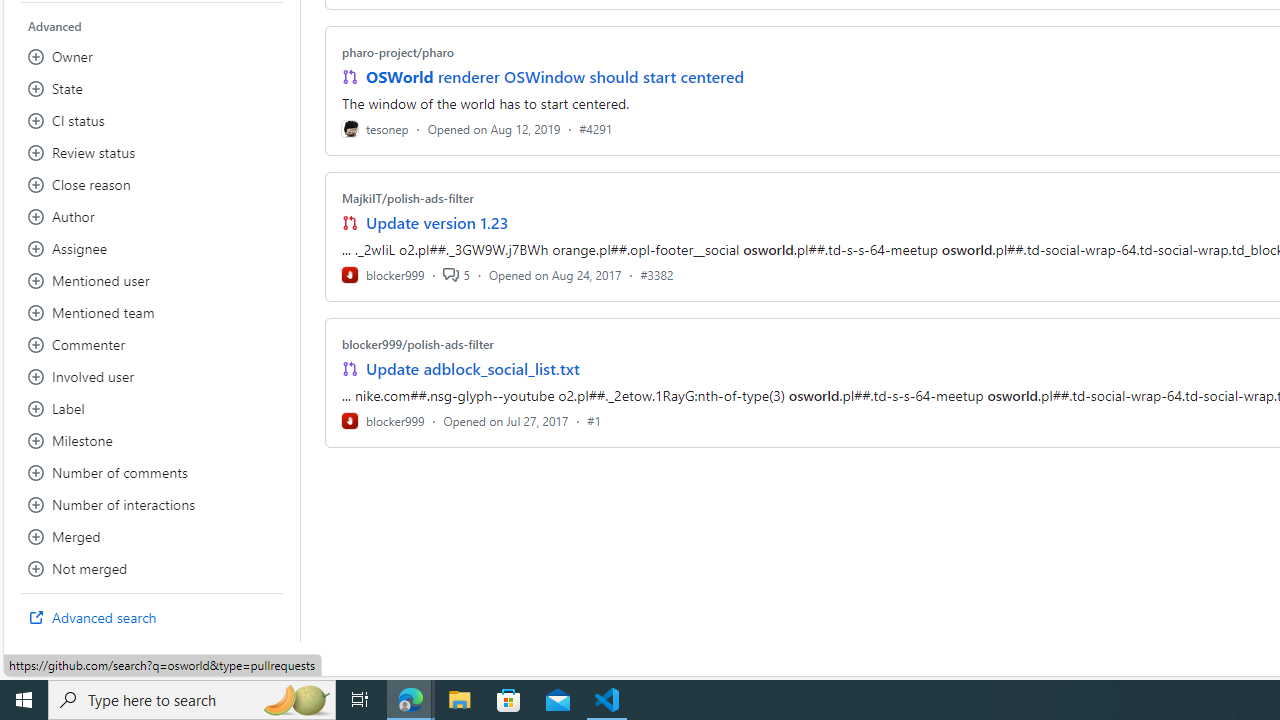  I want to click on 'Update version 1.23', so click(436, 222).